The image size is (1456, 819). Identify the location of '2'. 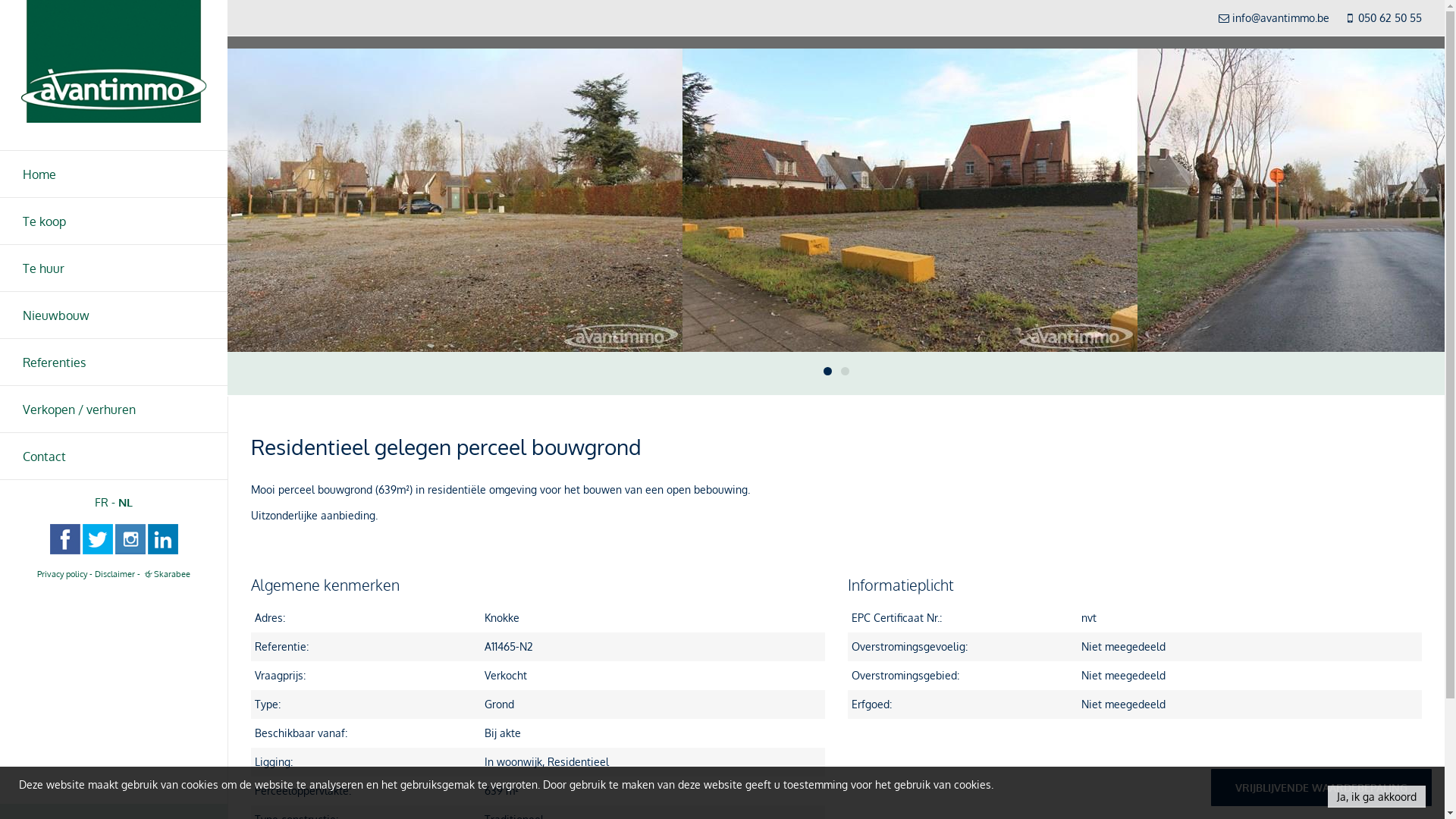
(839, 371).